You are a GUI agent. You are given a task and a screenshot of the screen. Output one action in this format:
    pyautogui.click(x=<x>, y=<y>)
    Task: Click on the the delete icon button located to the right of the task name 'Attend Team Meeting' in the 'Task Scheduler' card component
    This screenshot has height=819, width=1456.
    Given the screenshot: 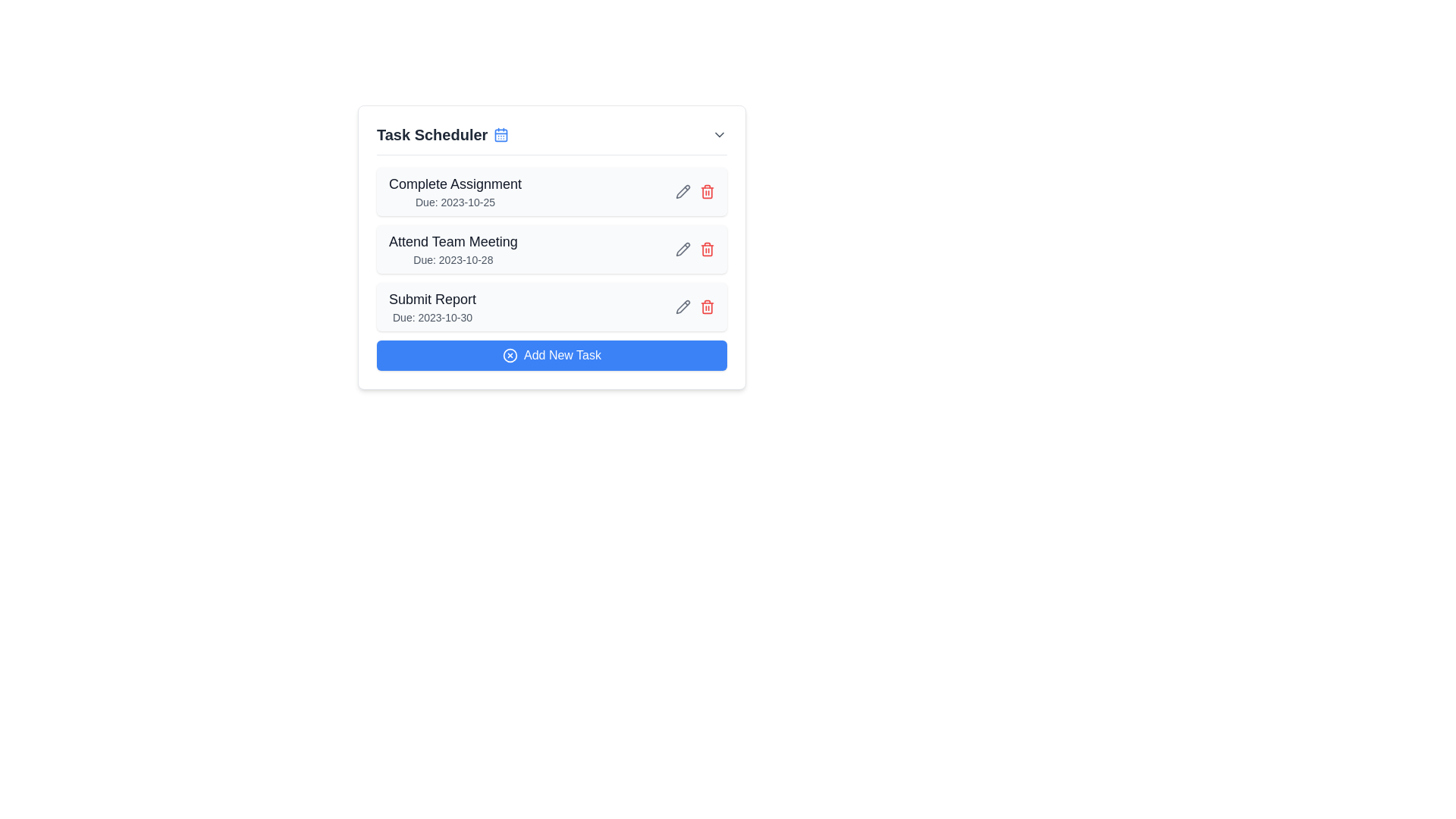 What is the action you would take?
    pyautogui.click(x=706, y=248)
    